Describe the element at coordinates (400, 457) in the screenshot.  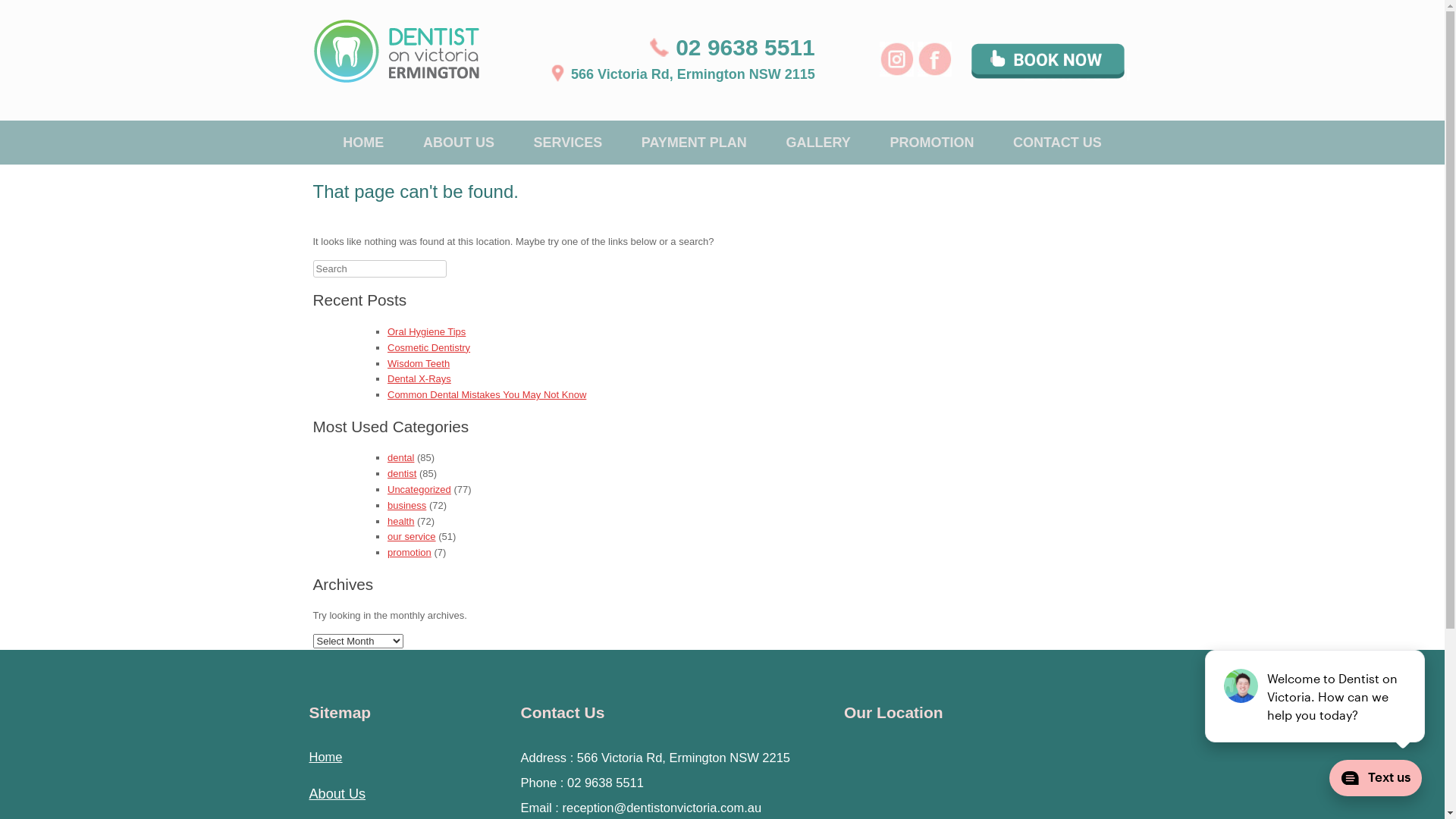
I see `'dental'` at that location.